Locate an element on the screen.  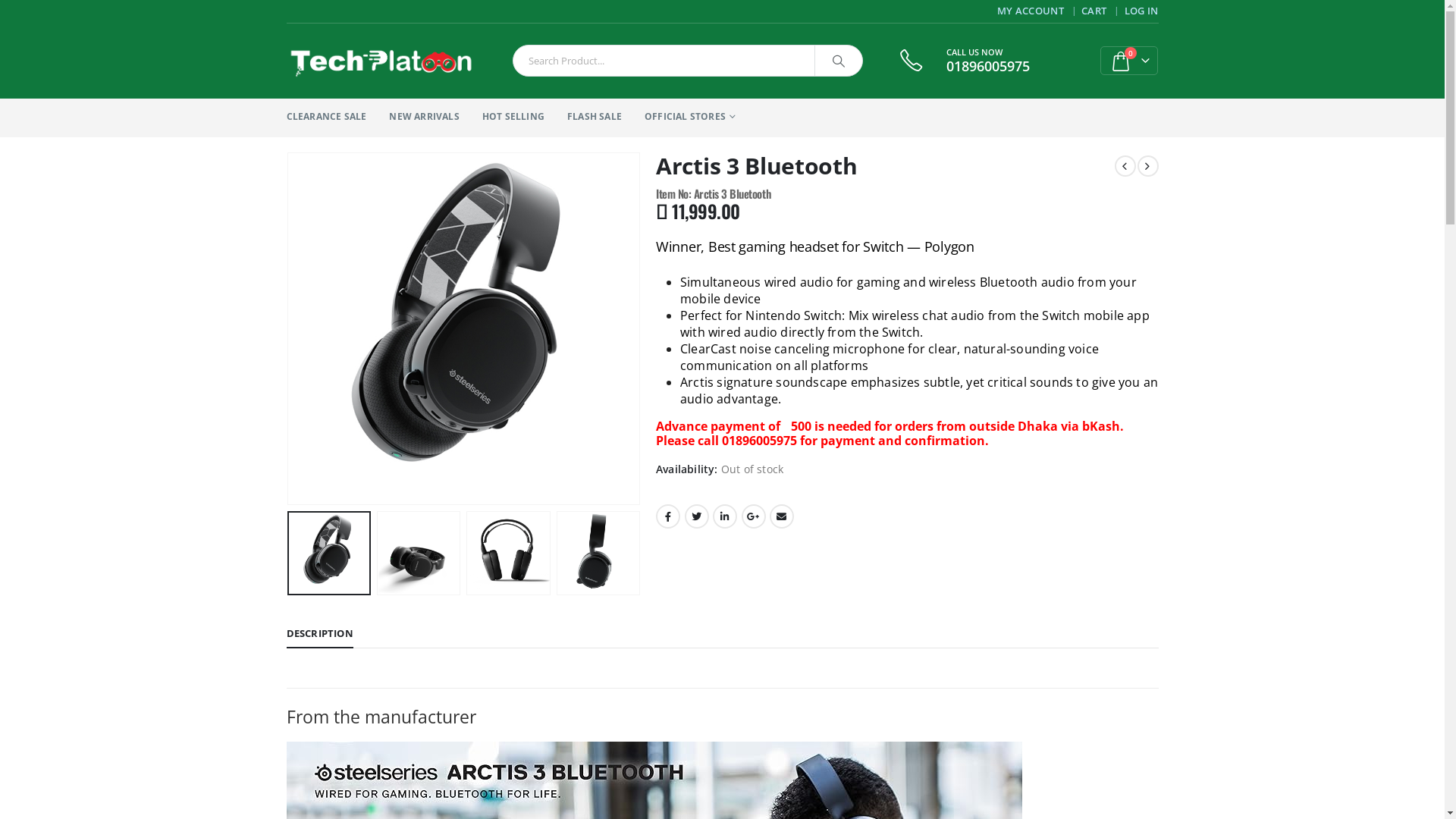
'OFFICIAL STORES' is located at coordinates (689, 117).